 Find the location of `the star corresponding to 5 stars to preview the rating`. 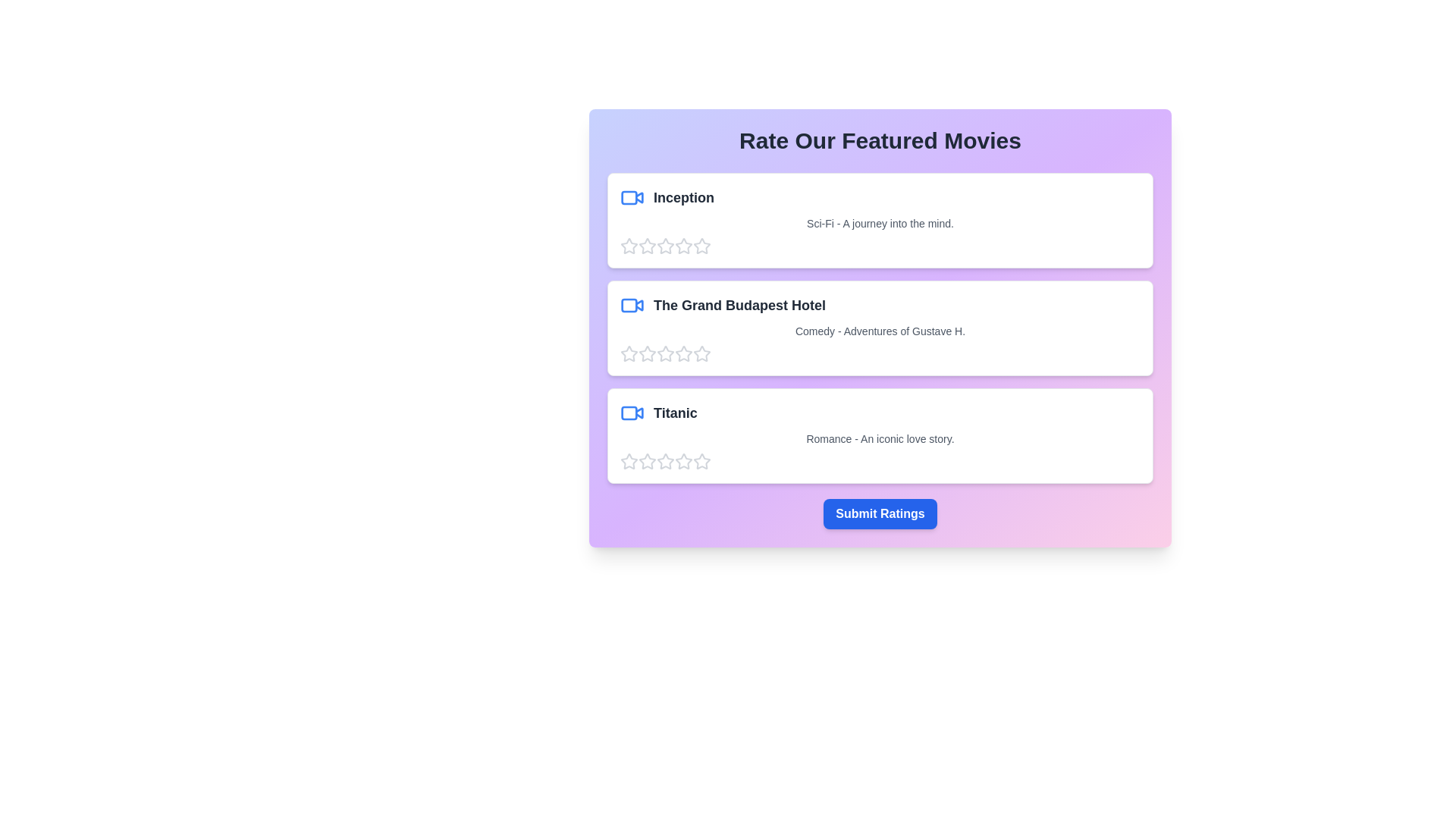

the star corresponding to 5 stars to preview the rating is located at coordinates (701, 245).